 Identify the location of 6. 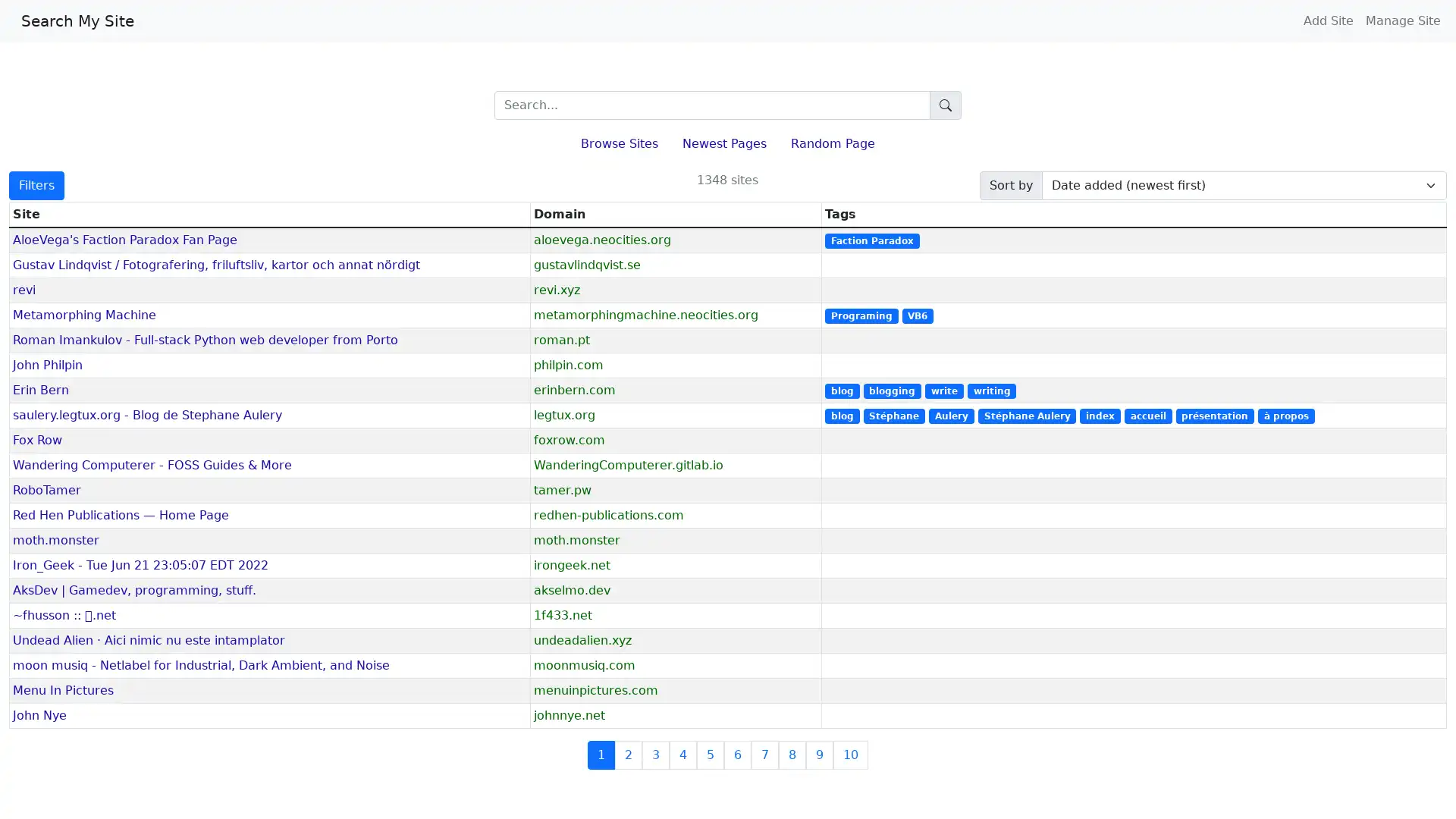
(738, 755).